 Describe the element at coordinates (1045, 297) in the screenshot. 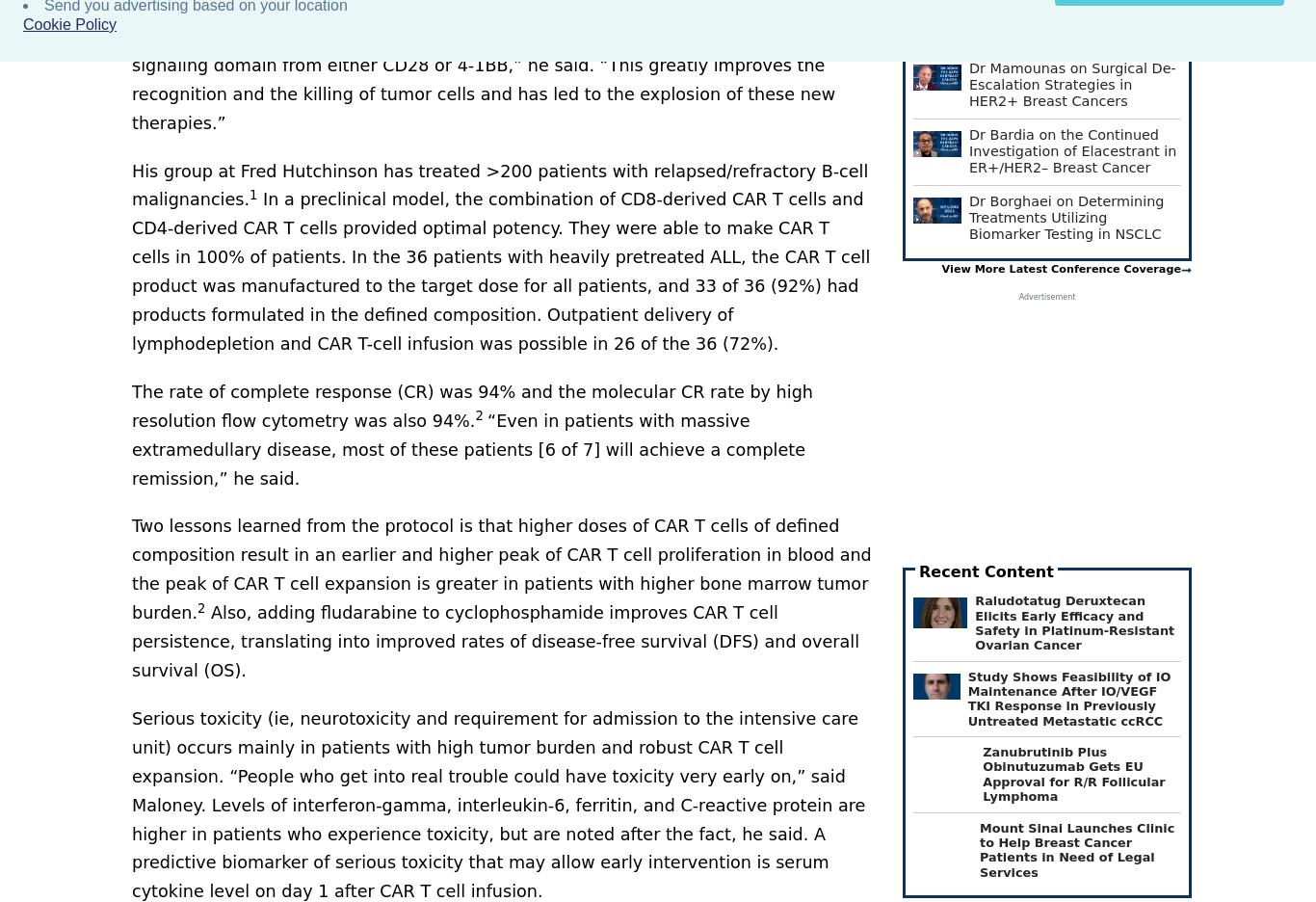

I see `'Advertisement'` at that location.